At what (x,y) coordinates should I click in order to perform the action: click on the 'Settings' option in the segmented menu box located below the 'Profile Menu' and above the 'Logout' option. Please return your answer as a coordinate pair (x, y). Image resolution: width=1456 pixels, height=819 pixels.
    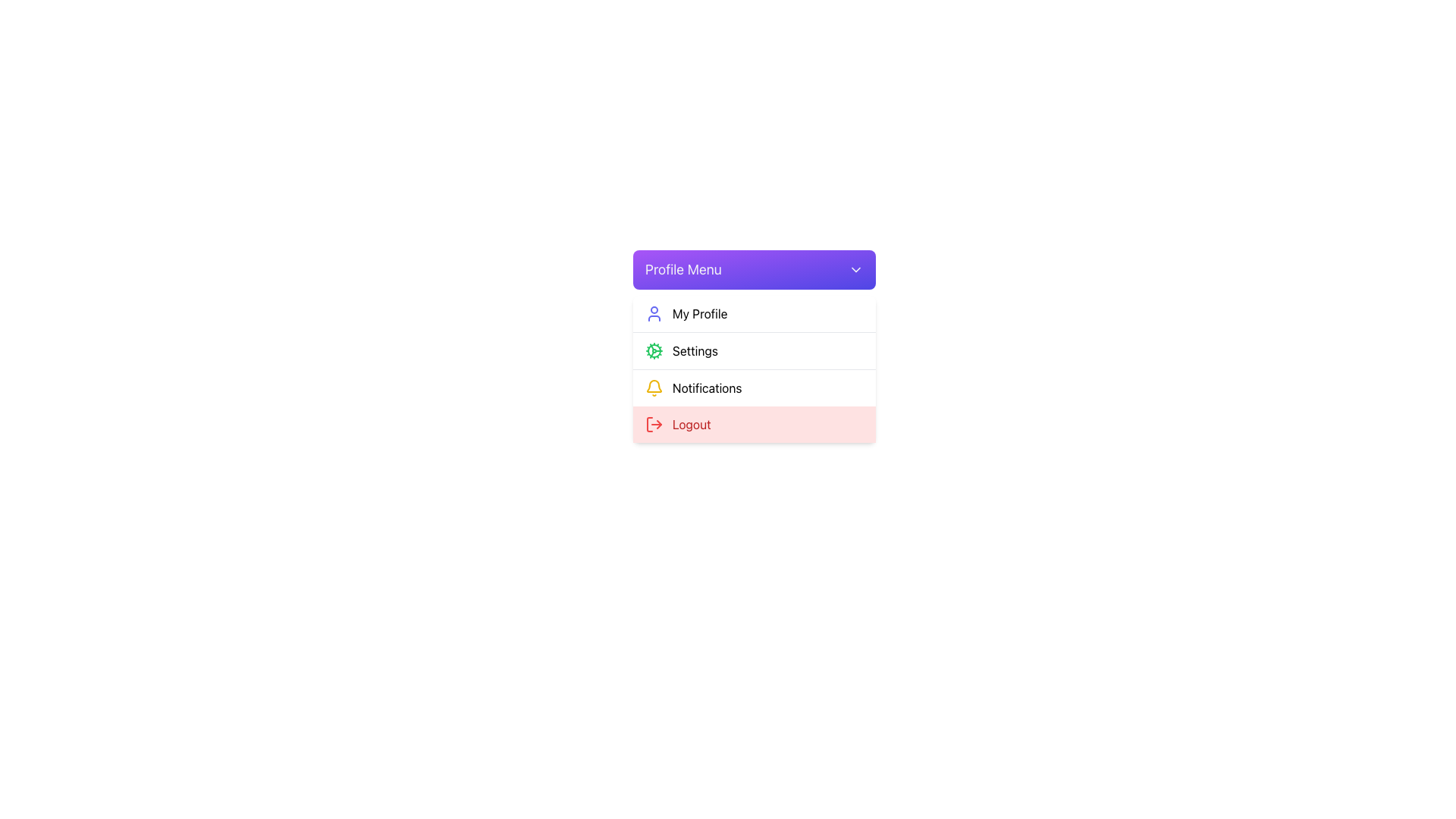
    Looking at the image, I should click on (754, 350).